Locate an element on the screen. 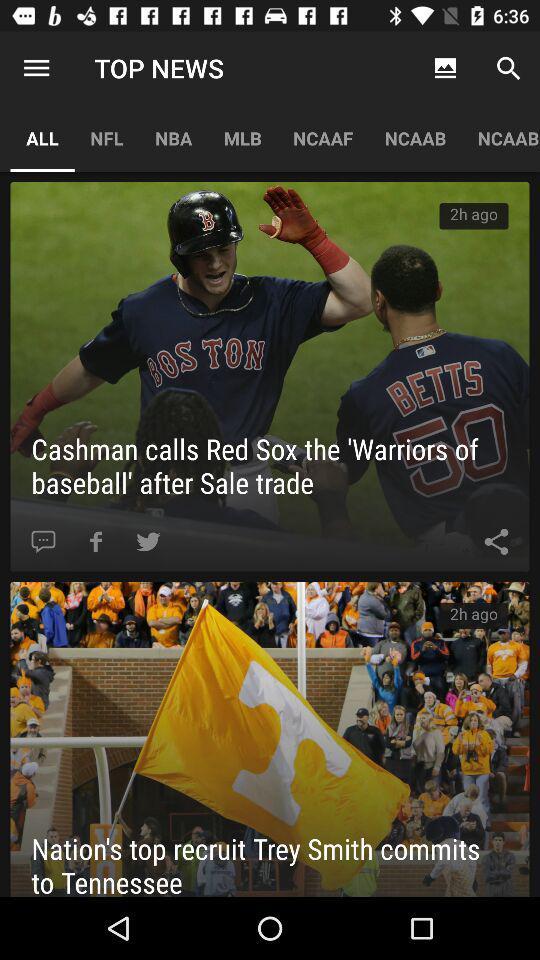  item next to nfl is located at coordinates (42, 137).